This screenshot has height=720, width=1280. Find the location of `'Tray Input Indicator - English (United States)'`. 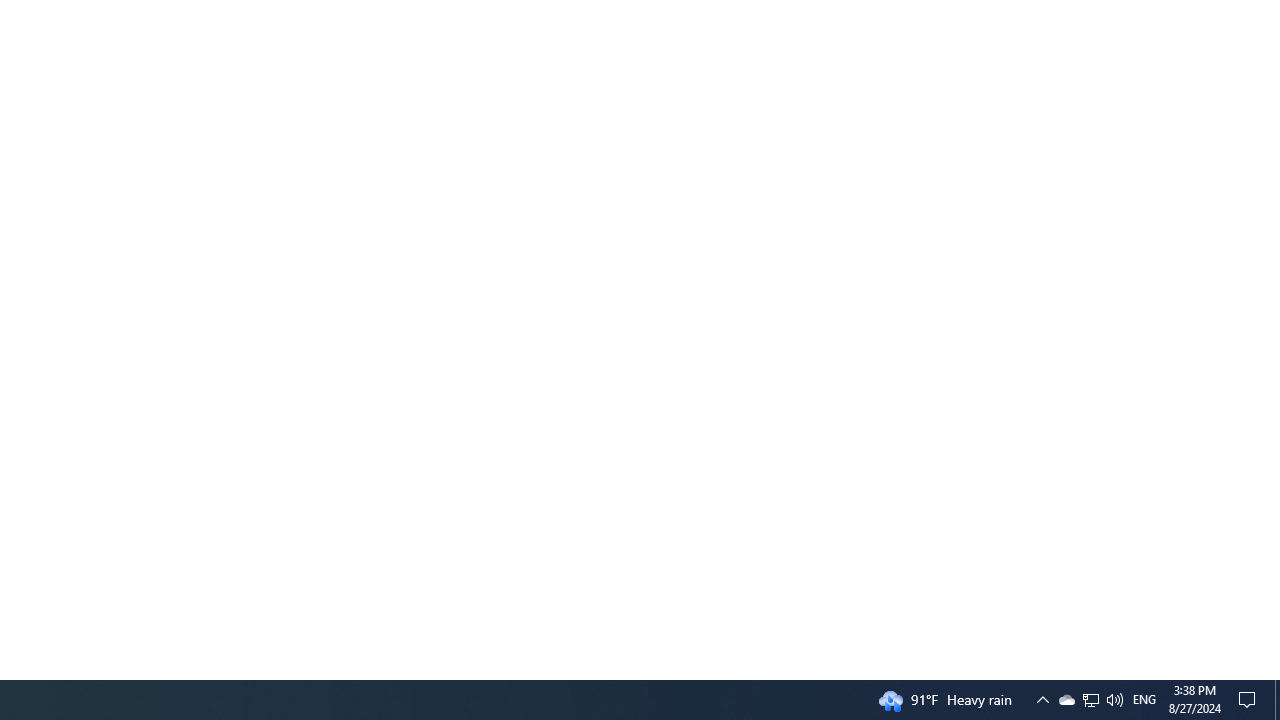

'Tray Input Indicator - English (United States)' is located at coordinates (1090, 698).